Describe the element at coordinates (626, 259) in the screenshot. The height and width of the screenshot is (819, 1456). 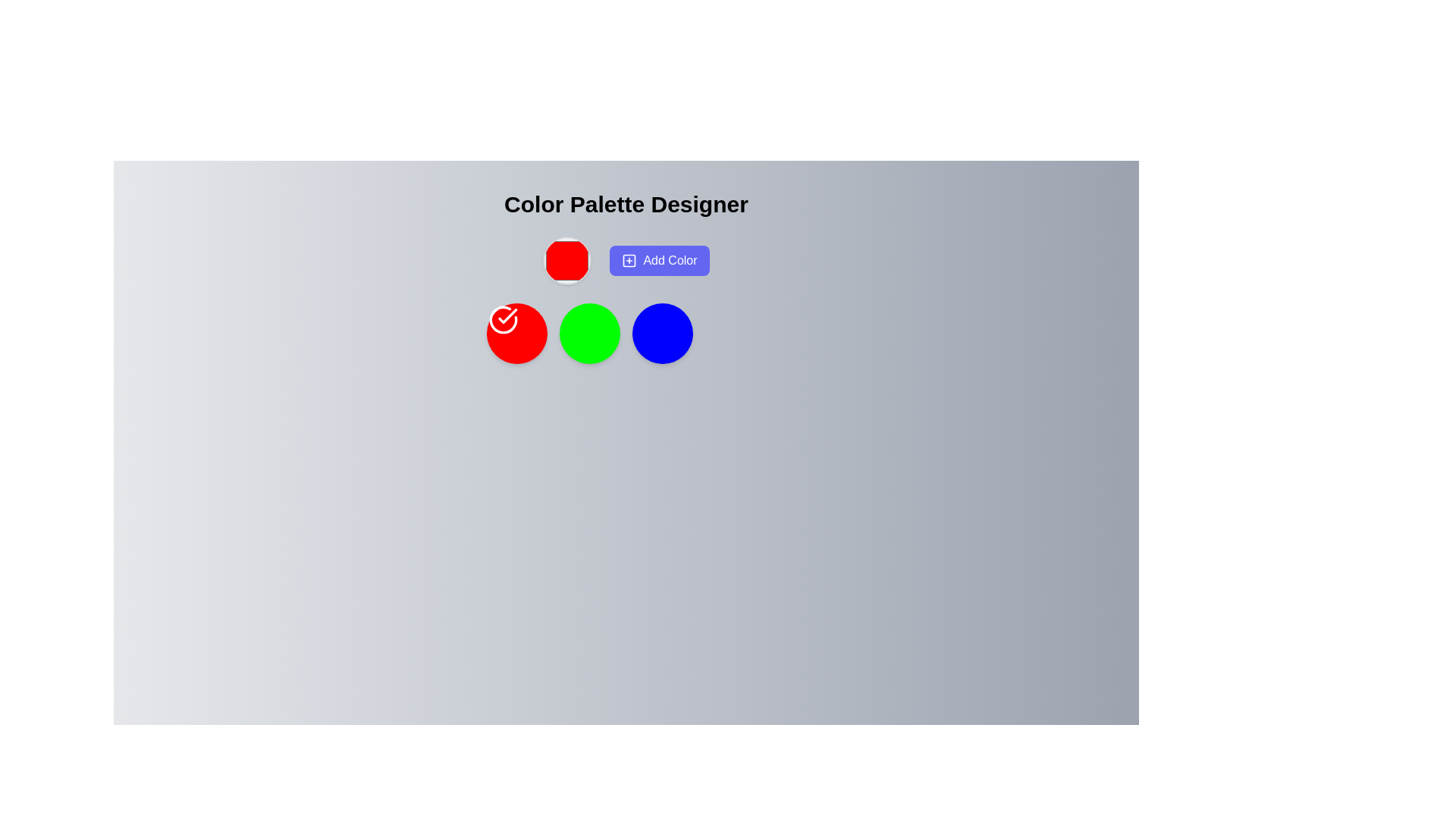
I see `the 'Add Color' button, which is characterized by its white text on a purple background and includes a plus sign icon` at that location.